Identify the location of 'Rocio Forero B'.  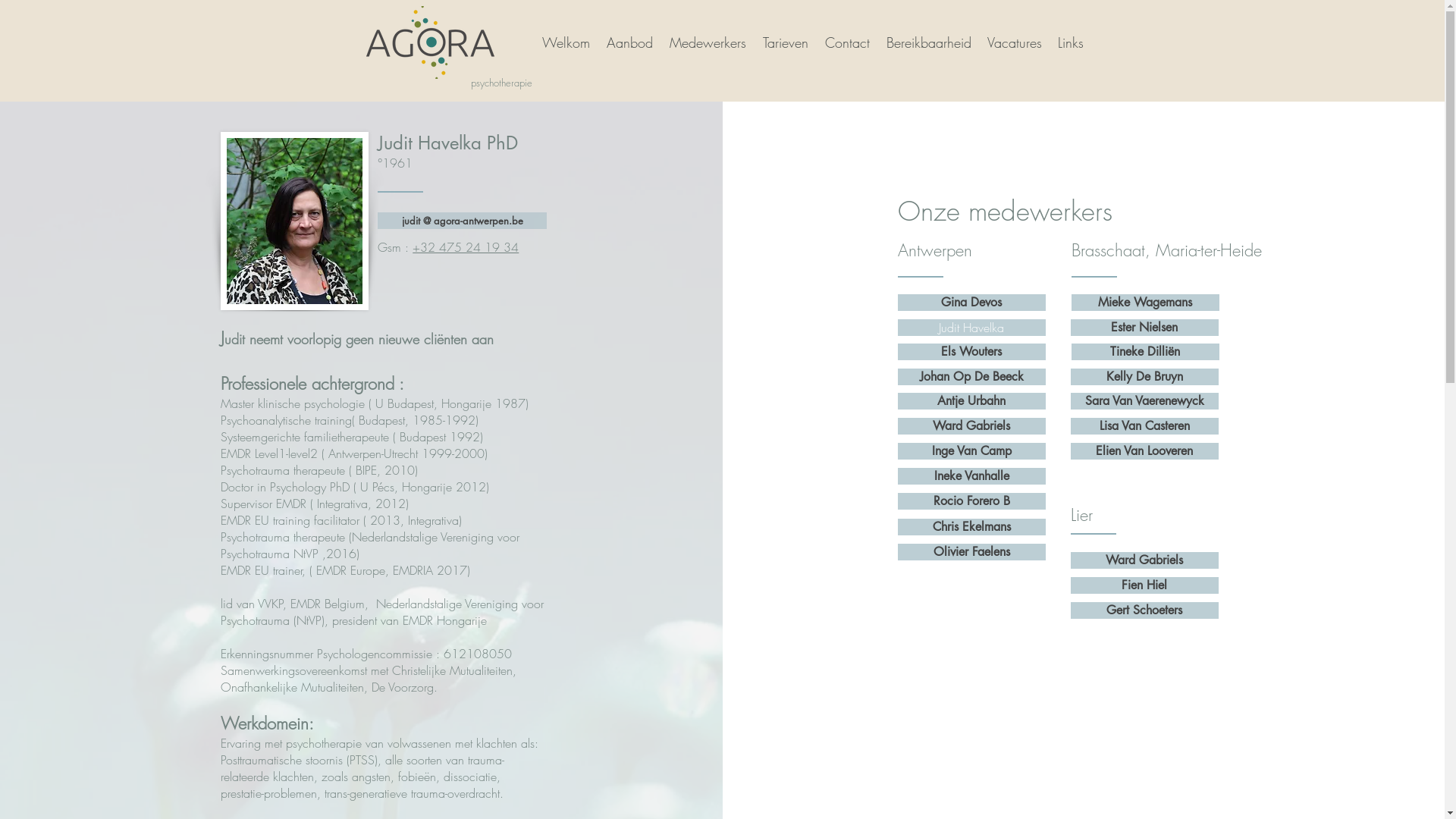
(971, 500).